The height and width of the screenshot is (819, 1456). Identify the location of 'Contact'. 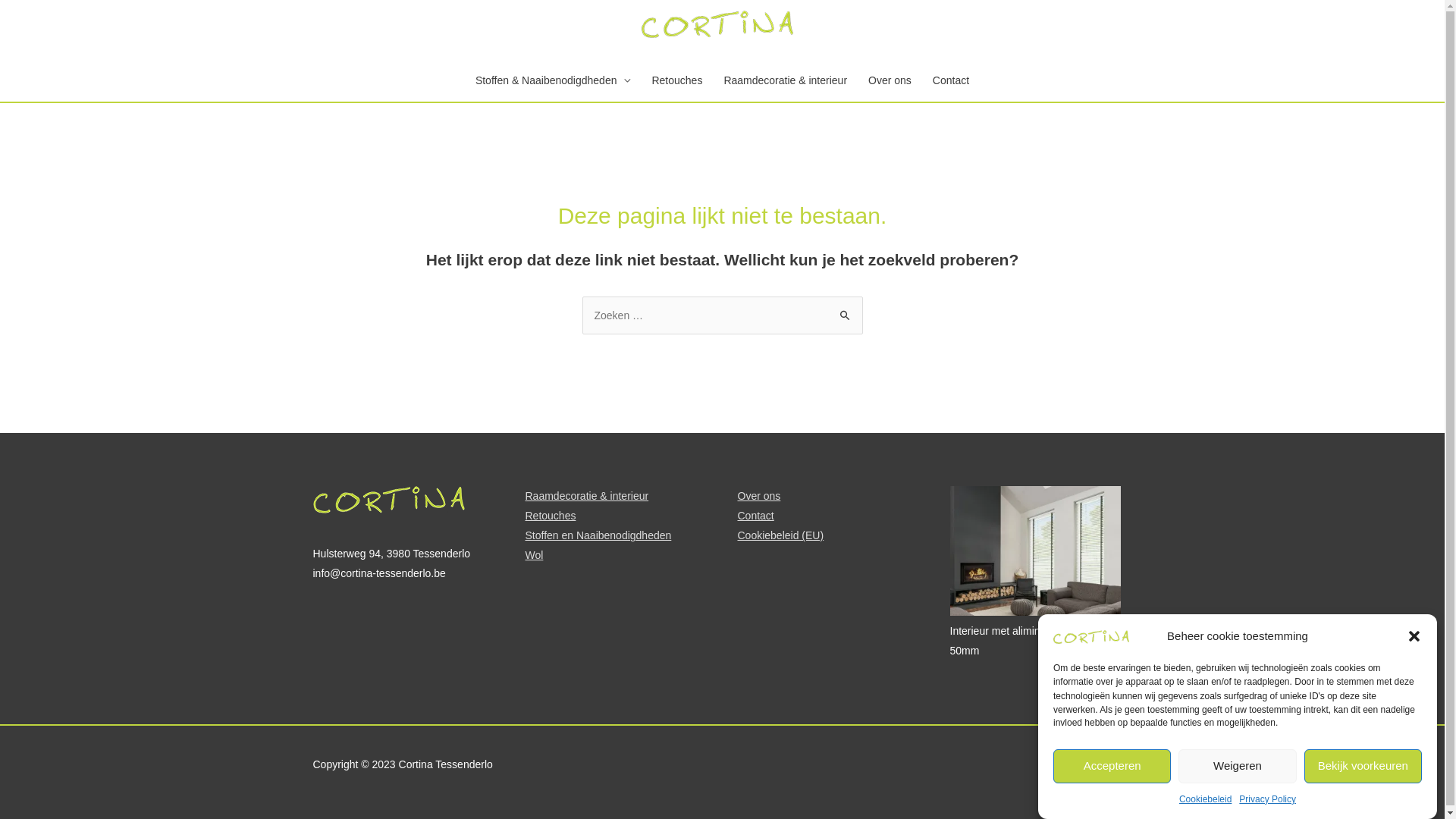
(949, 80).